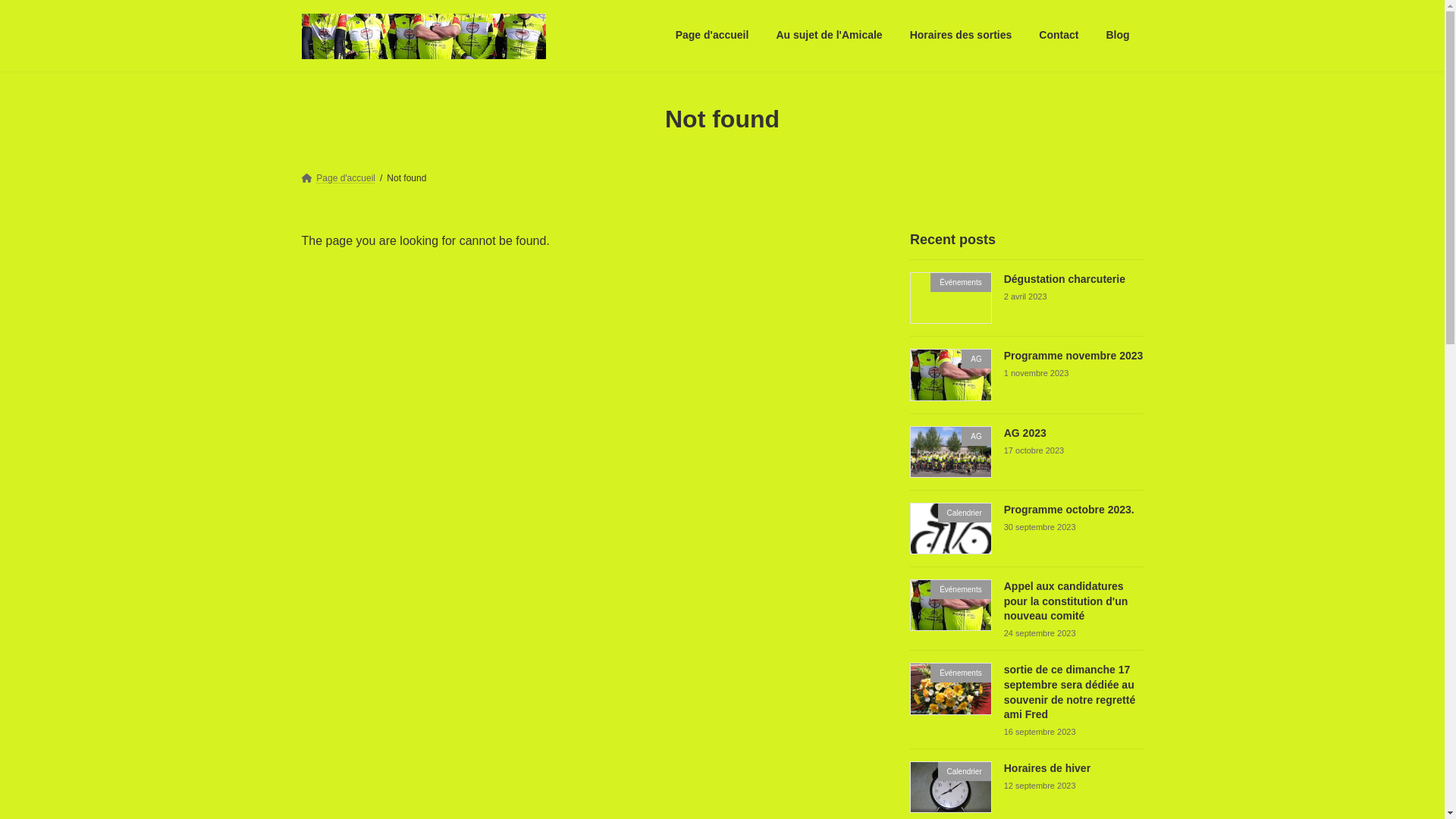  I want to click on 'Contact', so click(1058, 34).